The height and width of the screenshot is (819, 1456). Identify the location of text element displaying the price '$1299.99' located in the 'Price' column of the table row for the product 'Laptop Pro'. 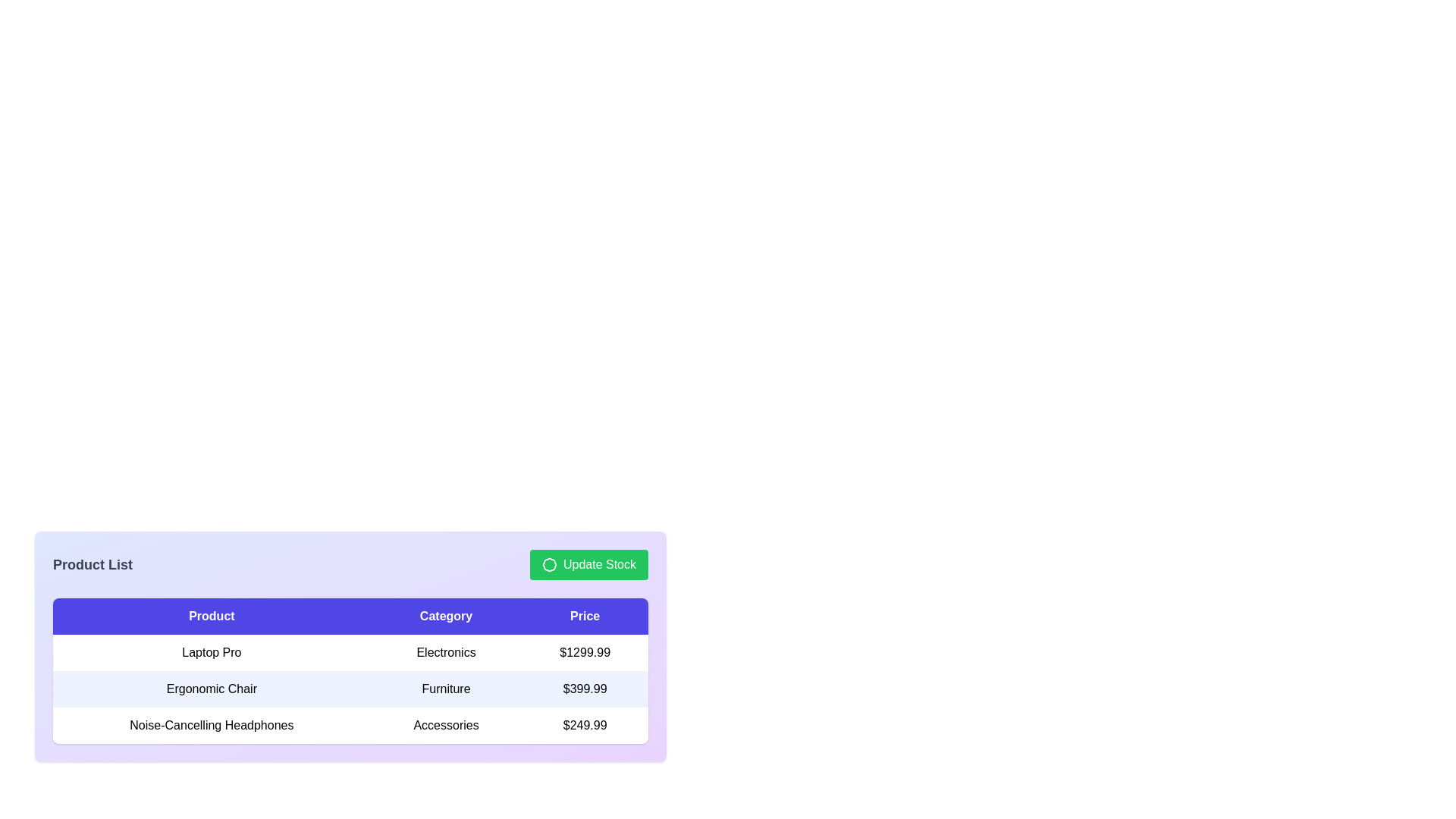
(584, 651).